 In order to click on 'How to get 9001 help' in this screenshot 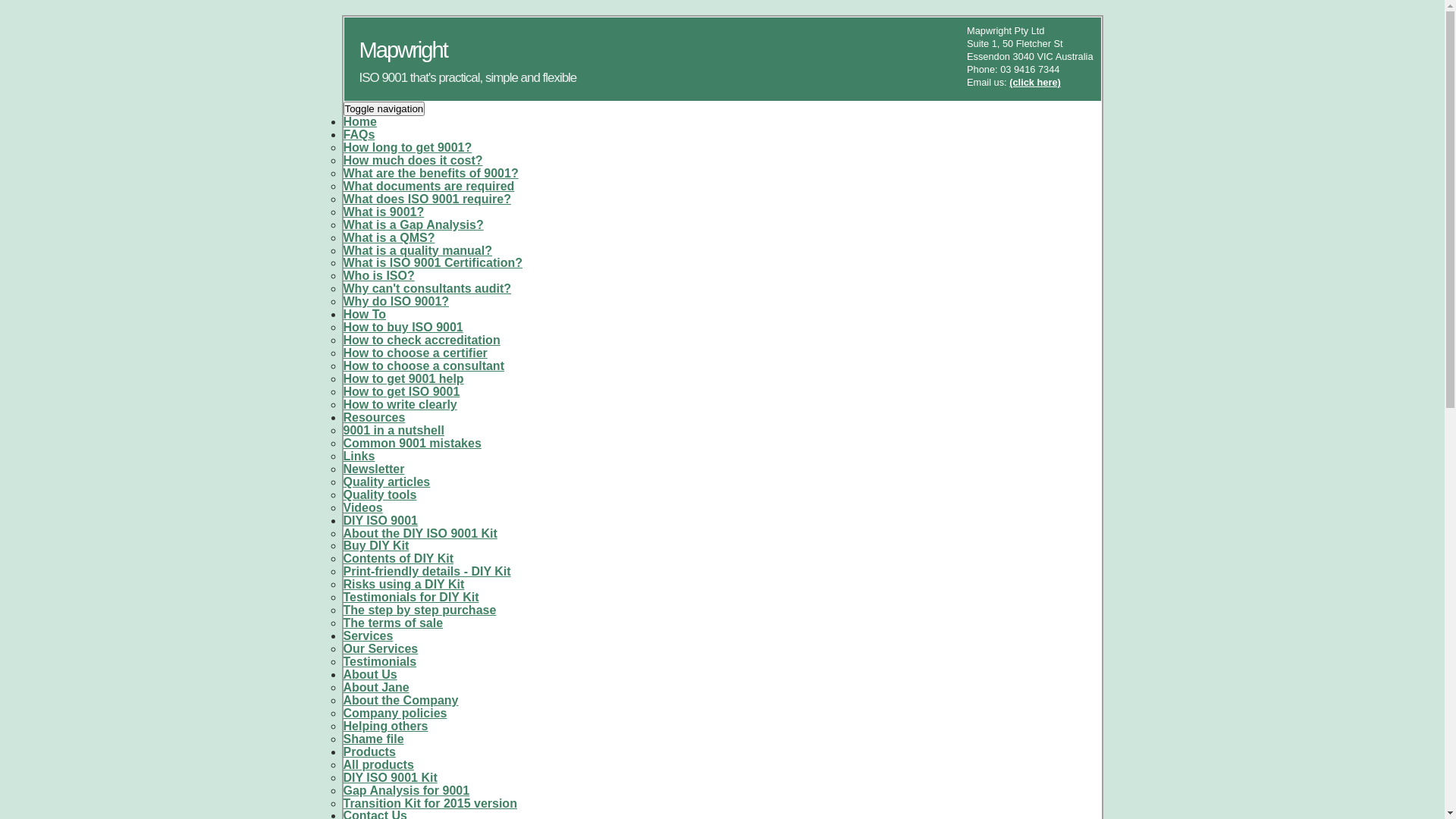, I will do `click(403, 378)`.